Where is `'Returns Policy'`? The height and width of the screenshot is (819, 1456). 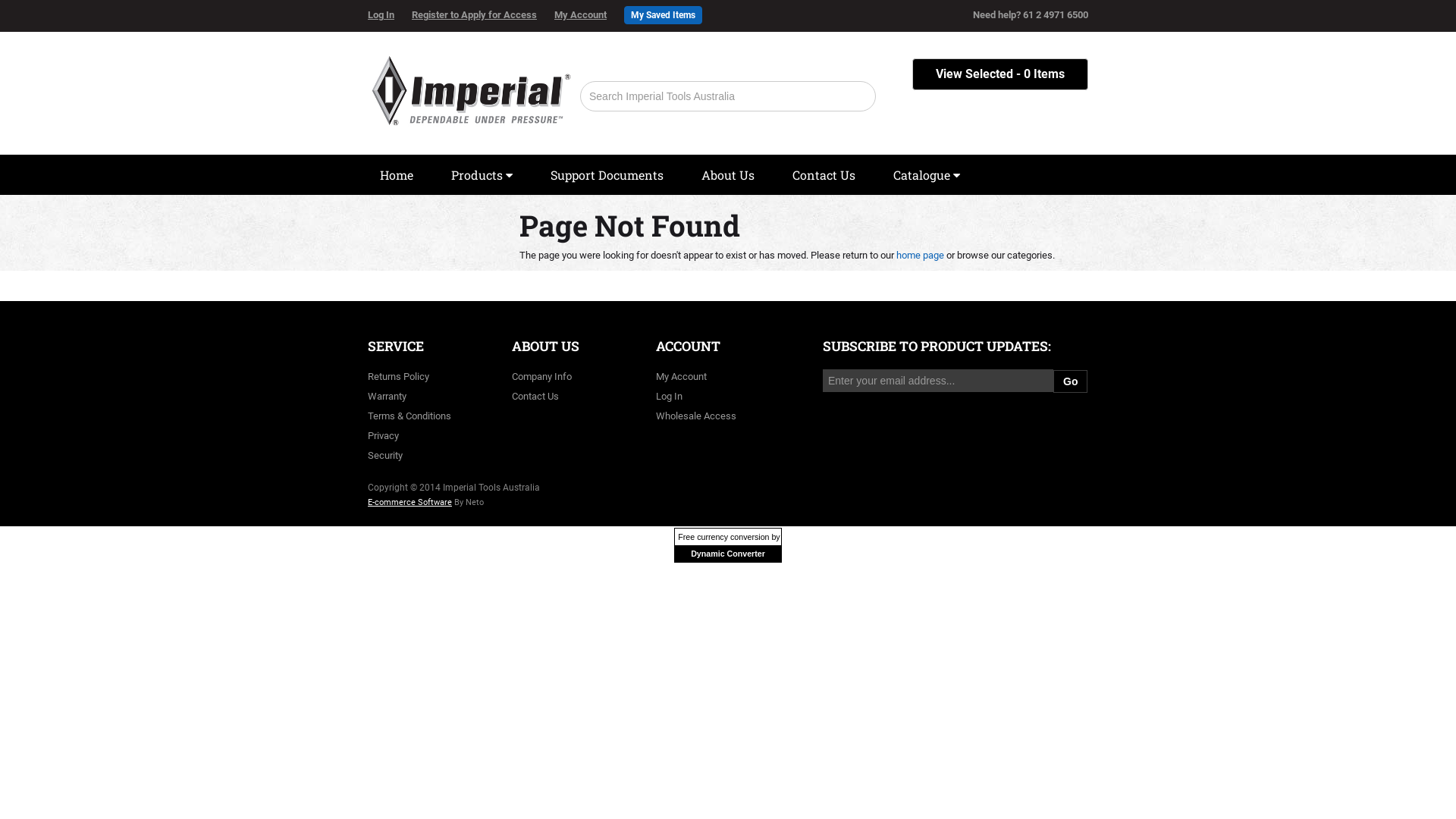 'Returns Policy' is located at coordinates (398, 375).